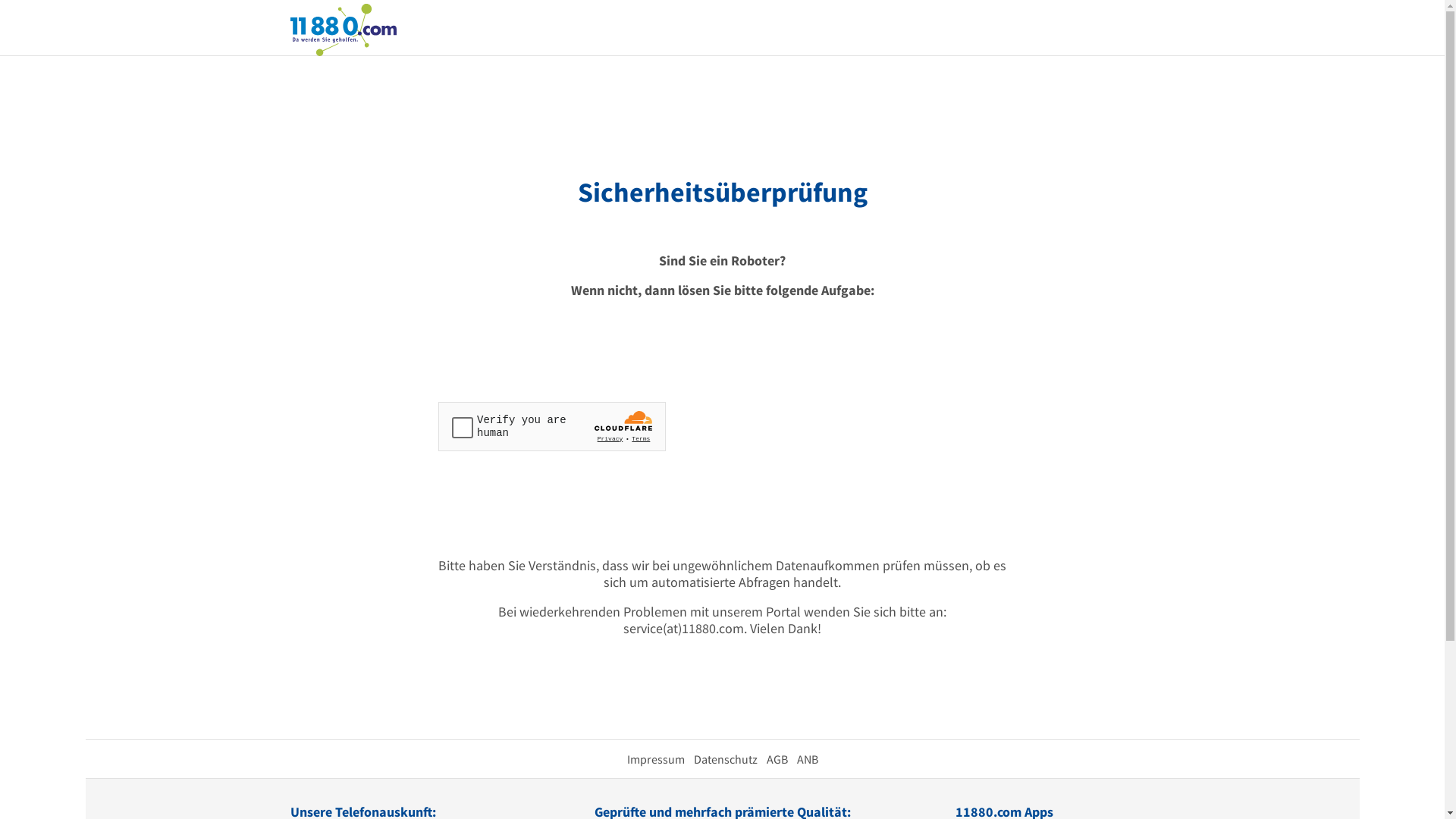 This screenshot has height=819, width=1456. I want to click on 'Datenschutz', so click(723, 759).